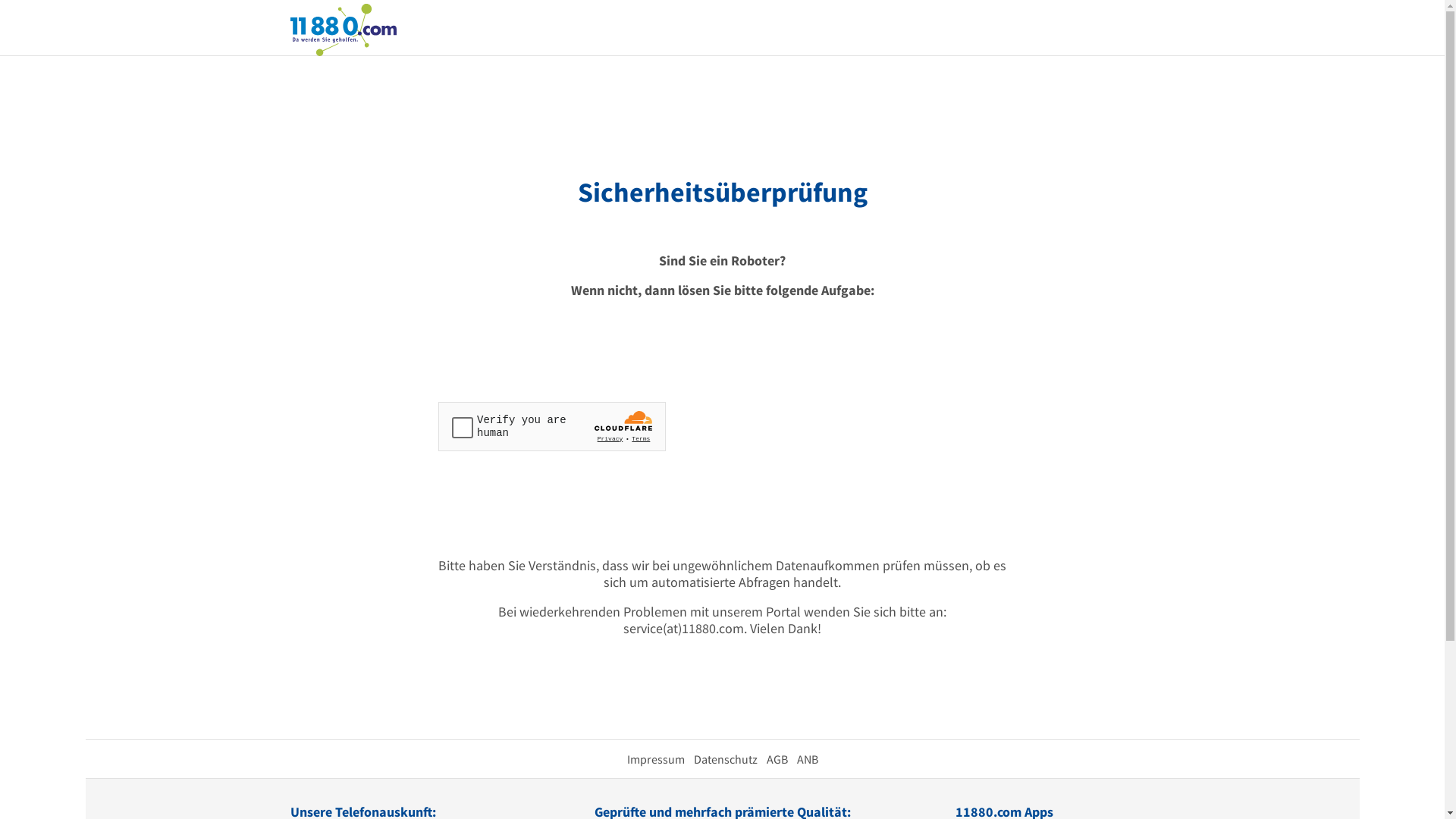 This screenshot has height=819, width=1456. I want to click on 'Datenschutz', so click(723, 759).